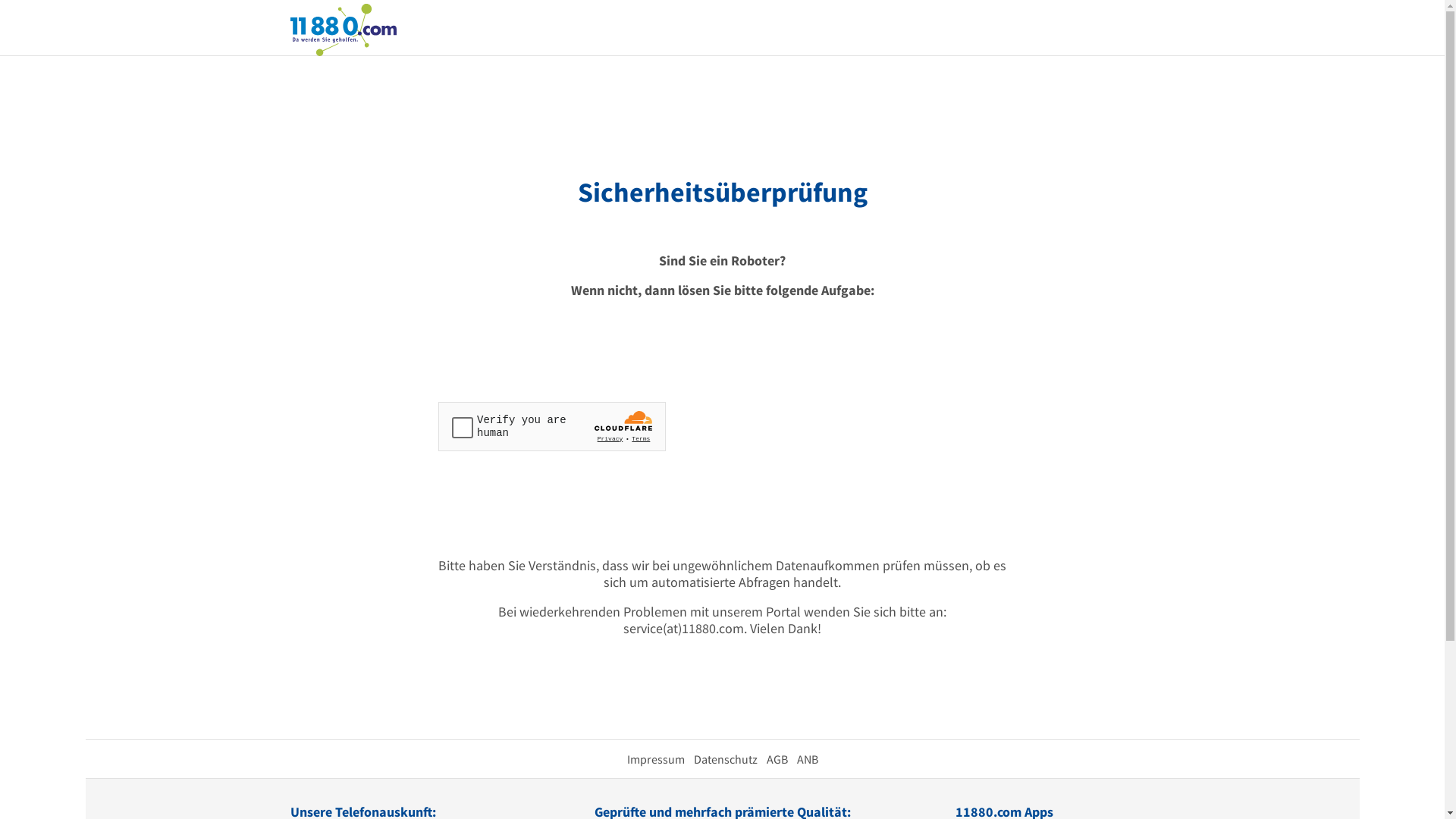 This screenshot has height=819, width=1456. I want to click on 'Datenschutz', so click(723, 759).